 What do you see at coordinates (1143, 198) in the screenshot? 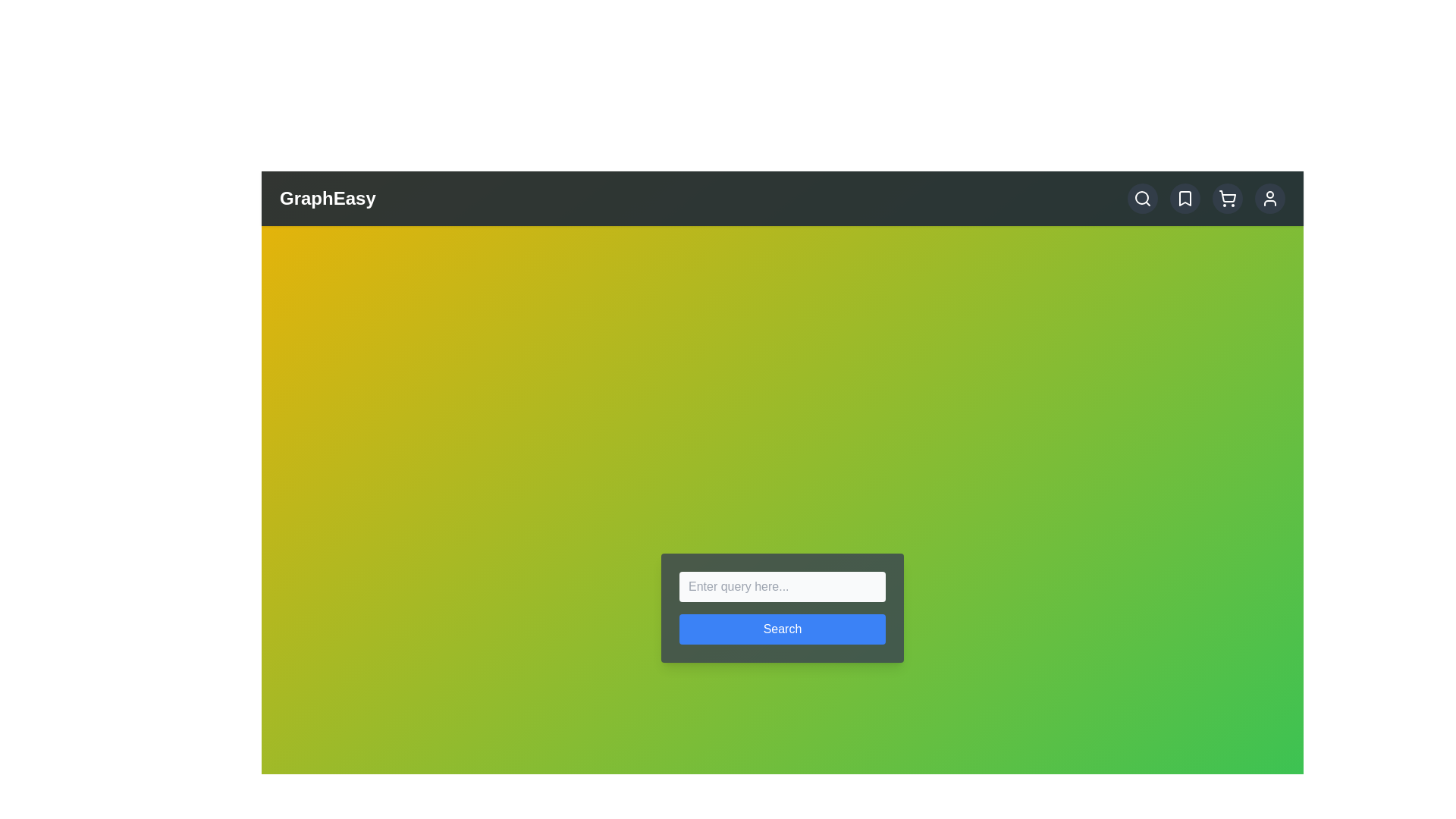
I see `the search icon in the navigation bar to toggle the visibility of the search dialog` at bounding box center [1143, 198].